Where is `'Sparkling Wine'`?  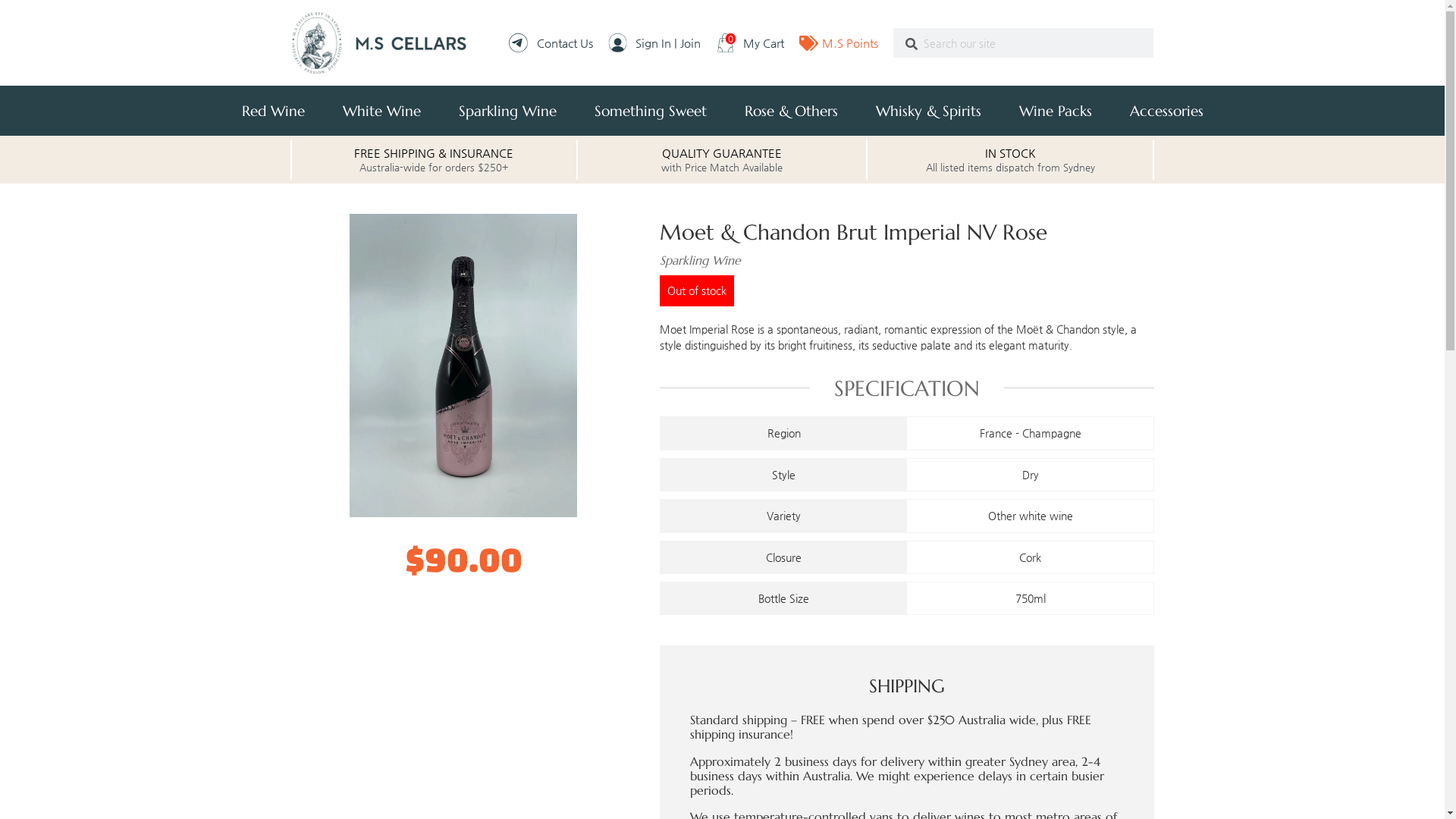
'Sparkling Wine' is located at coordinates (507, 110).